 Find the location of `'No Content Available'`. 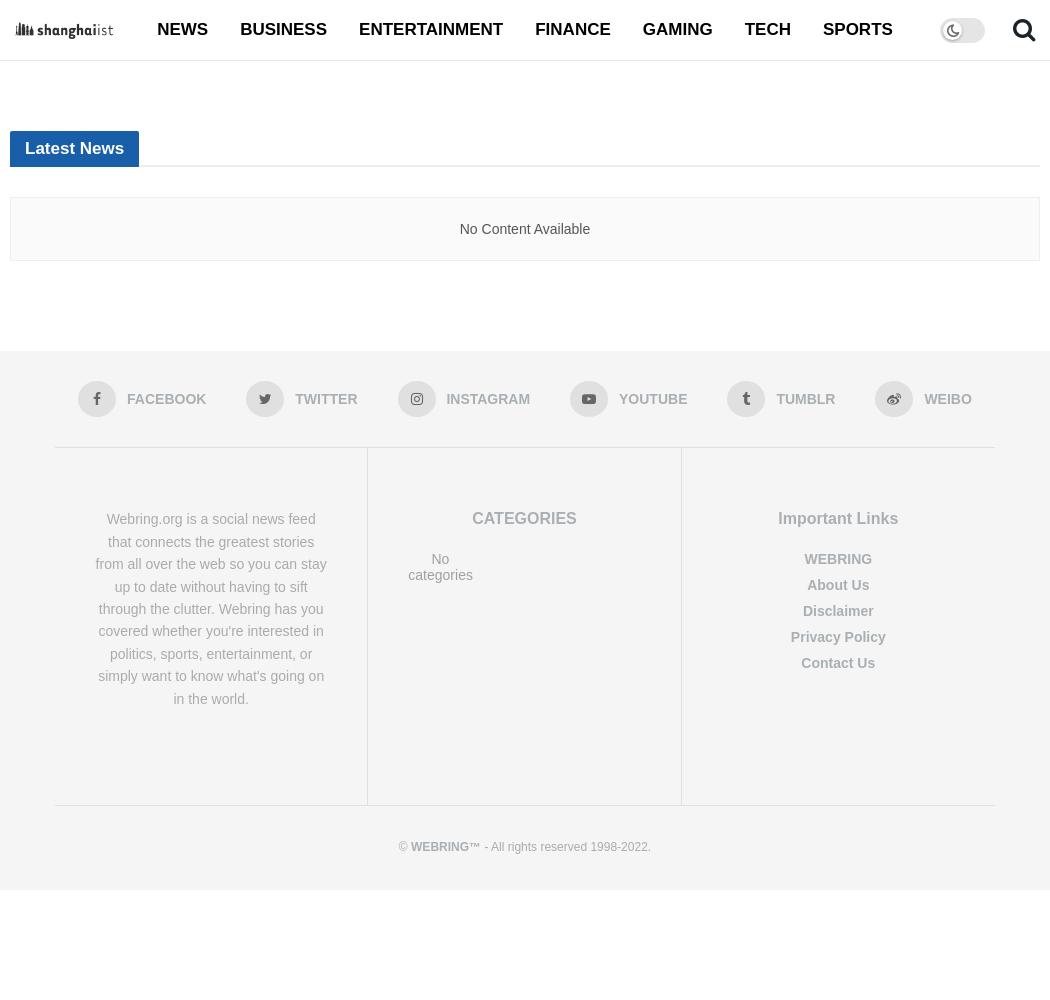

'No Content Available' is located at coordinates (523, 228).